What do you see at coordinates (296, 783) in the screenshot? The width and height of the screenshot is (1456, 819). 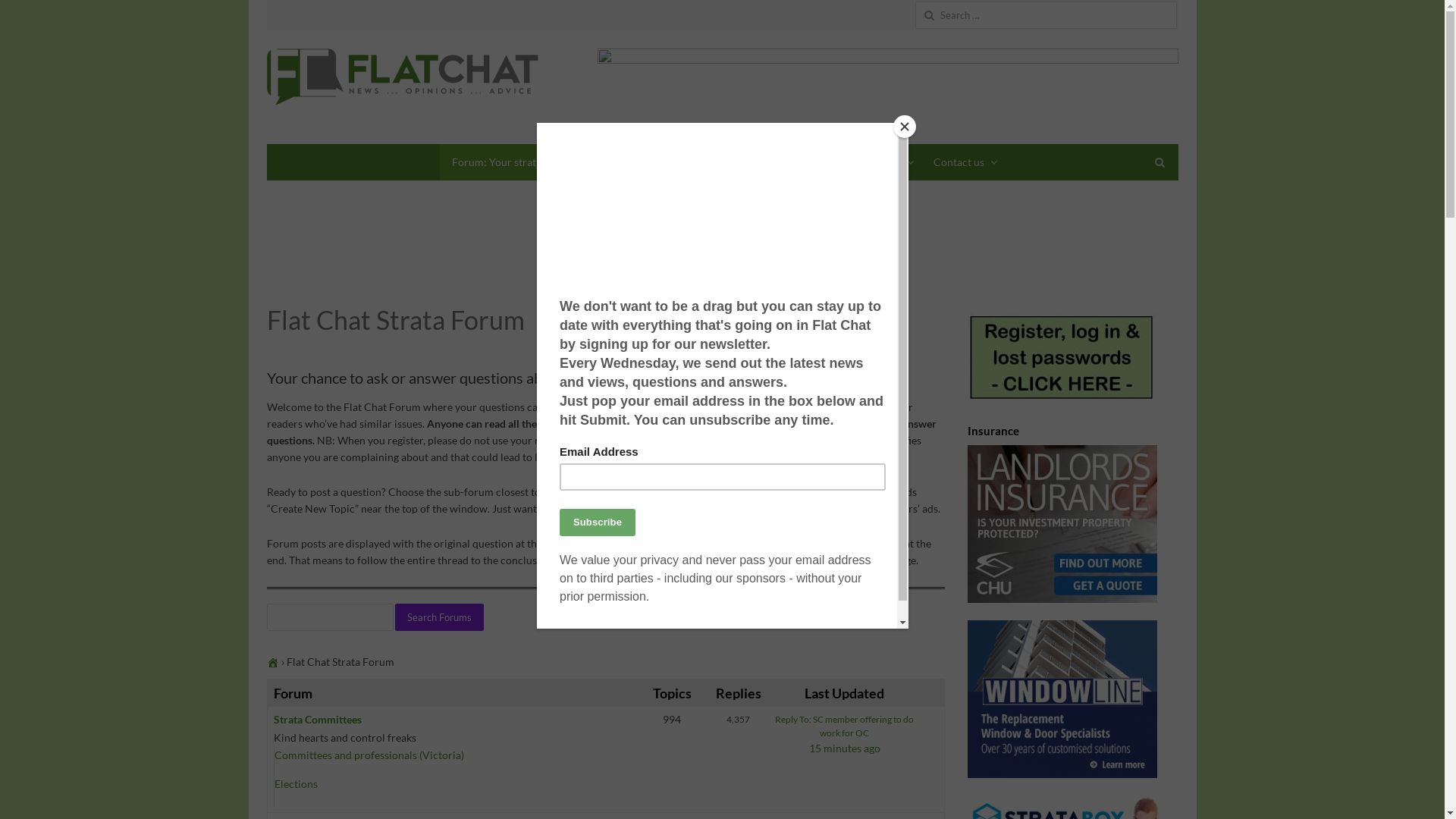 I see `'Elections'` at bounding box center [296, 783].